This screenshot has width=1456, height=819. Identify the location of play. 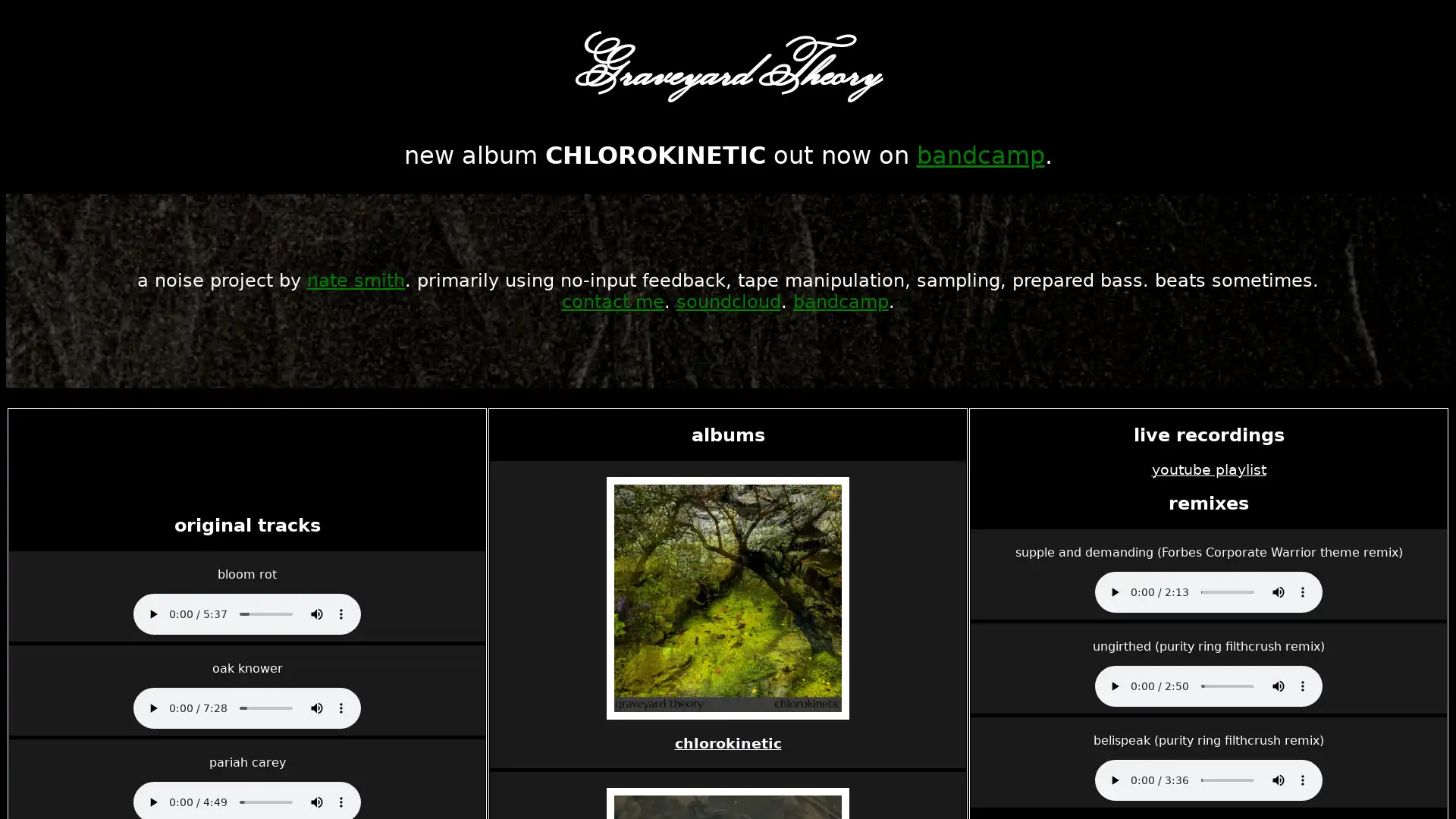
(152, 613).